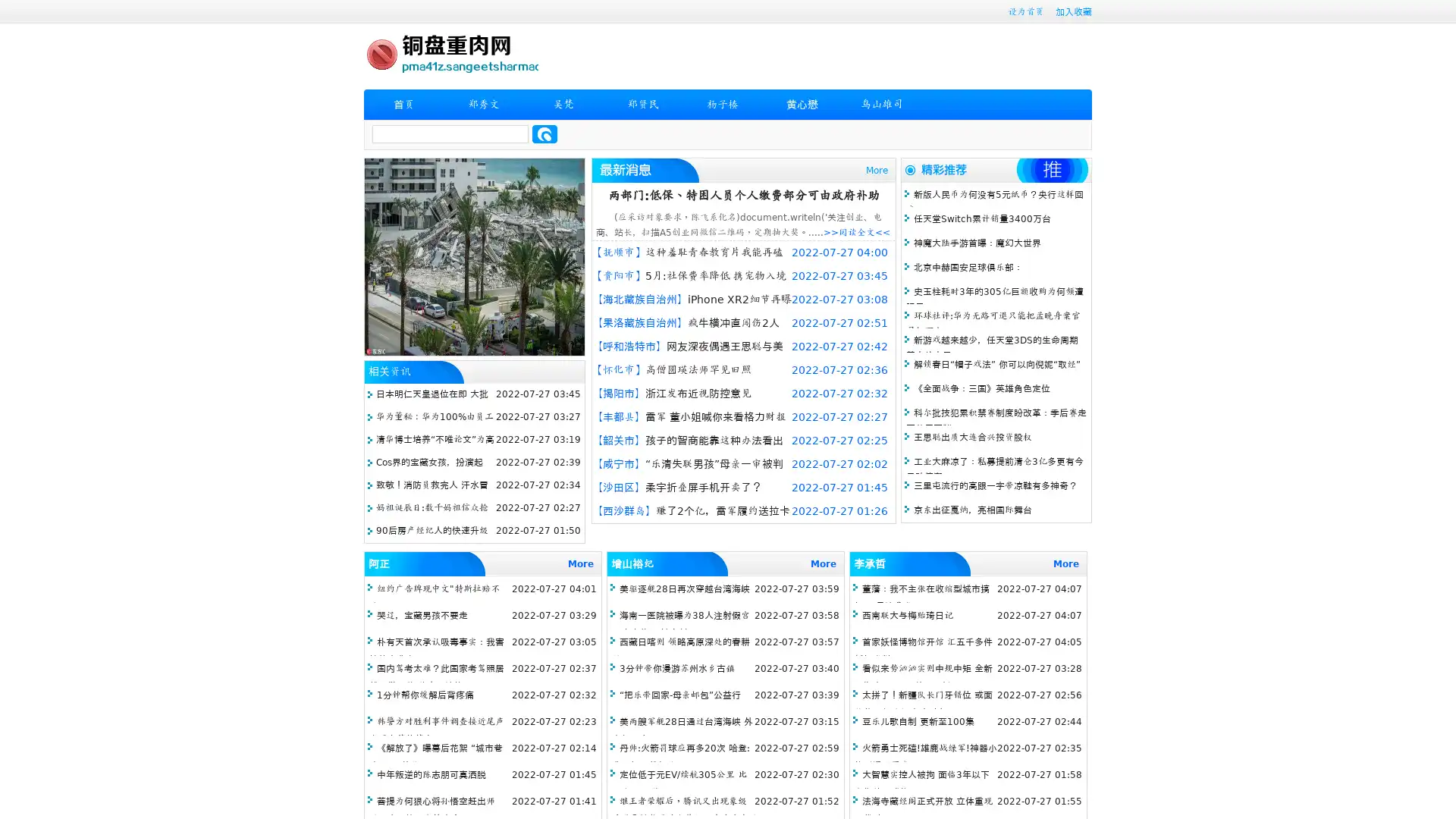  I want to click on Search, so click(544, 133).